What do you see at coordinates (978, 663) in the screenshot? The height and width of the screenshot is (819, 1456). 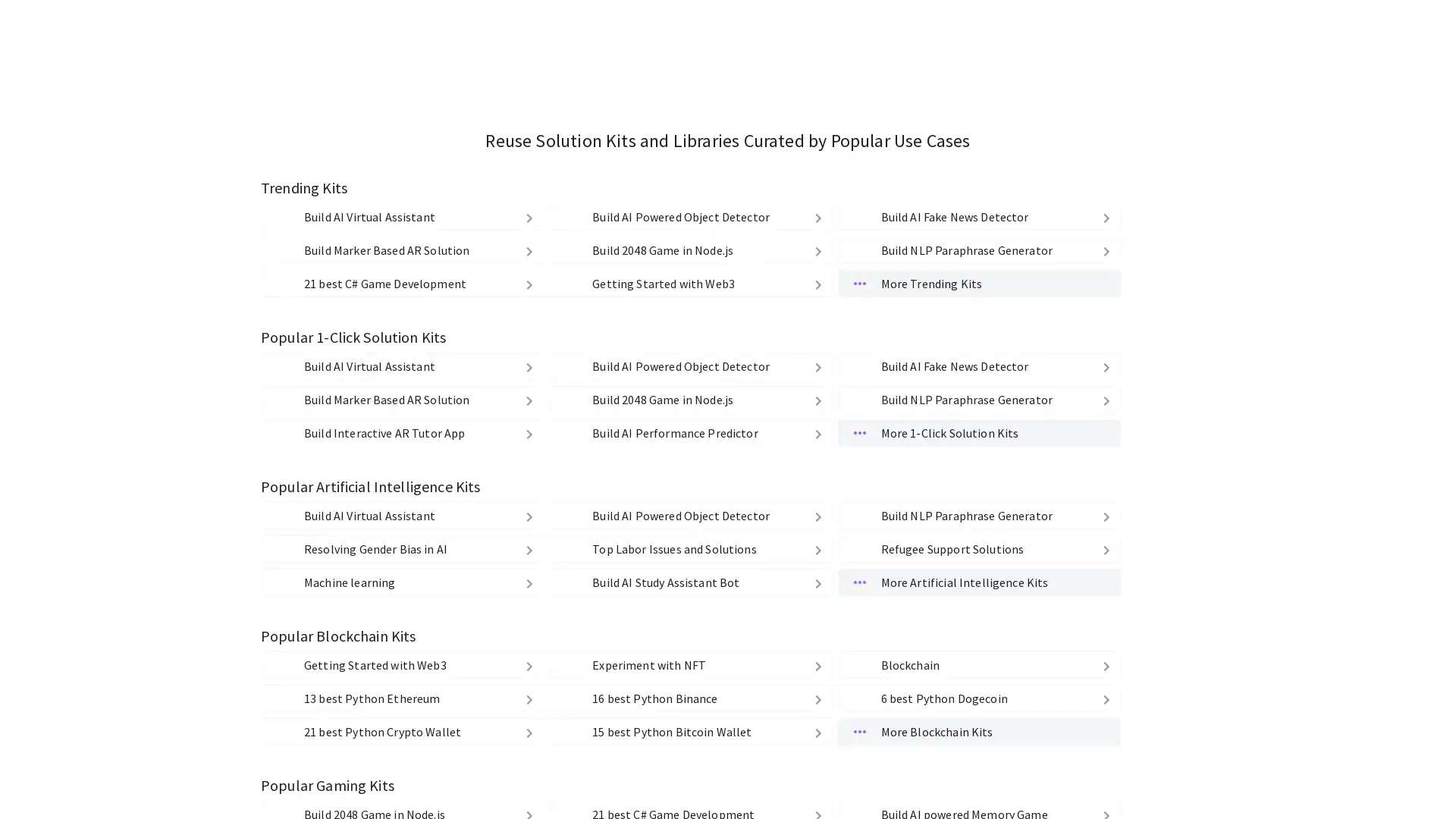 I see `More Trending Kits` at bounding box center [978, 663].